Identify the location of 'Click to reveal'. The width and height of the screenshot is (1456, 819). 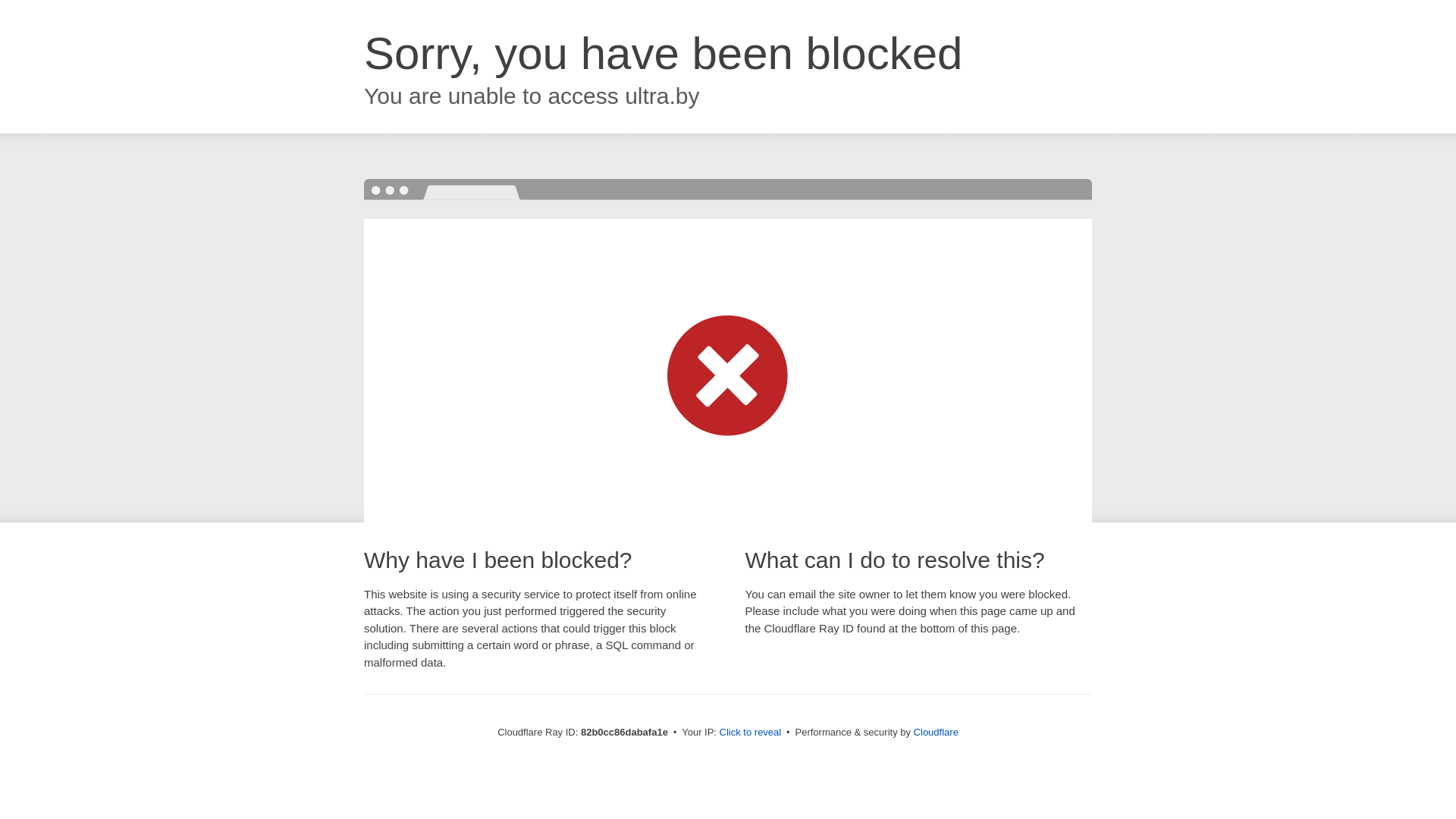
(750, 731).